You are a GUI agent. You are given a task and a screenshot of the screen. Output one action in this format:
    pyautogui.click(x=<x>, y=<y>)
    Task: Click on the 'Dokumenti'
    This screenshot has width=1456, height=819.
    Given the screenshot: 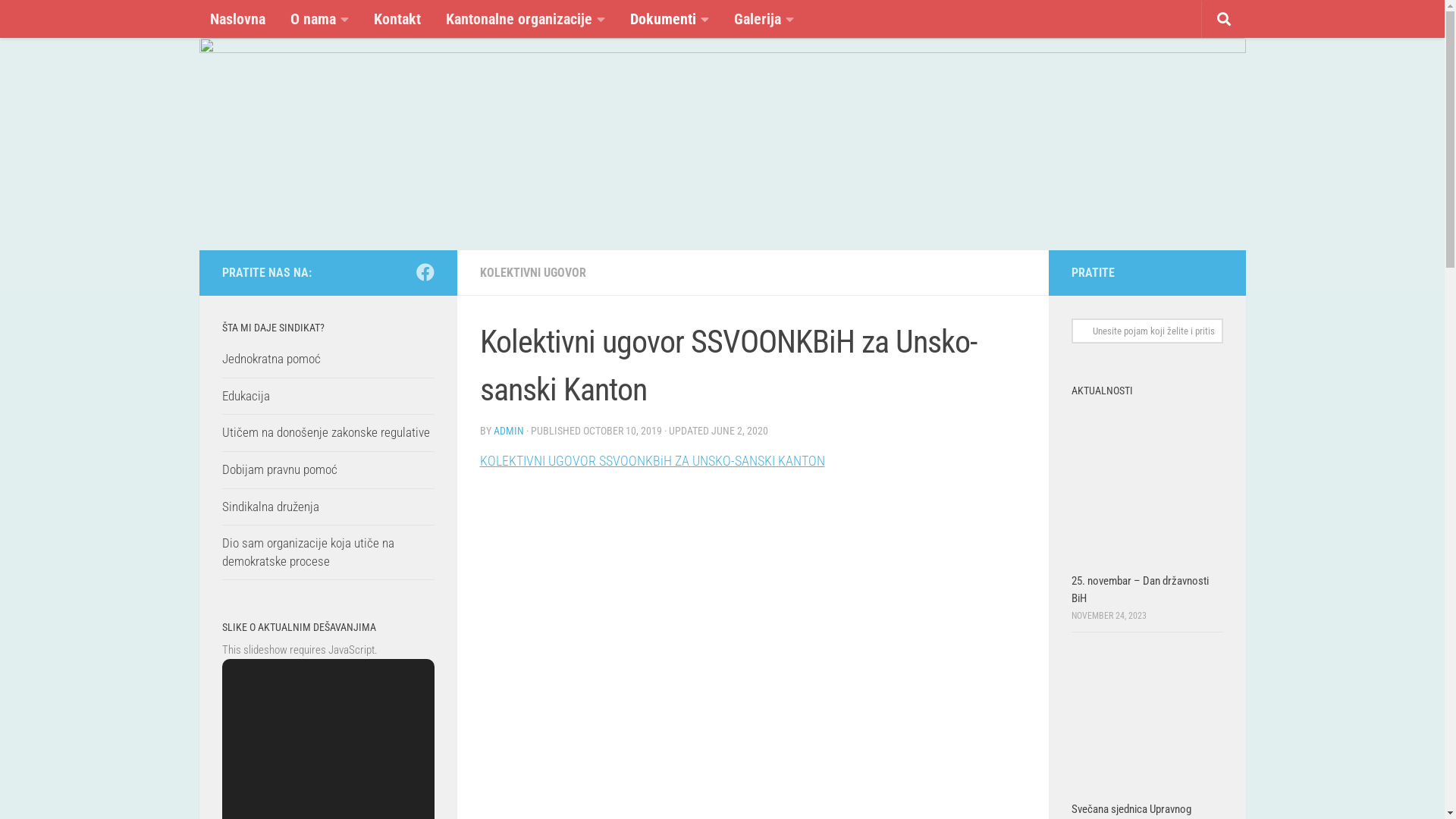 What is the action you would take?
    pyautogui.click(x=668, y=19)
    